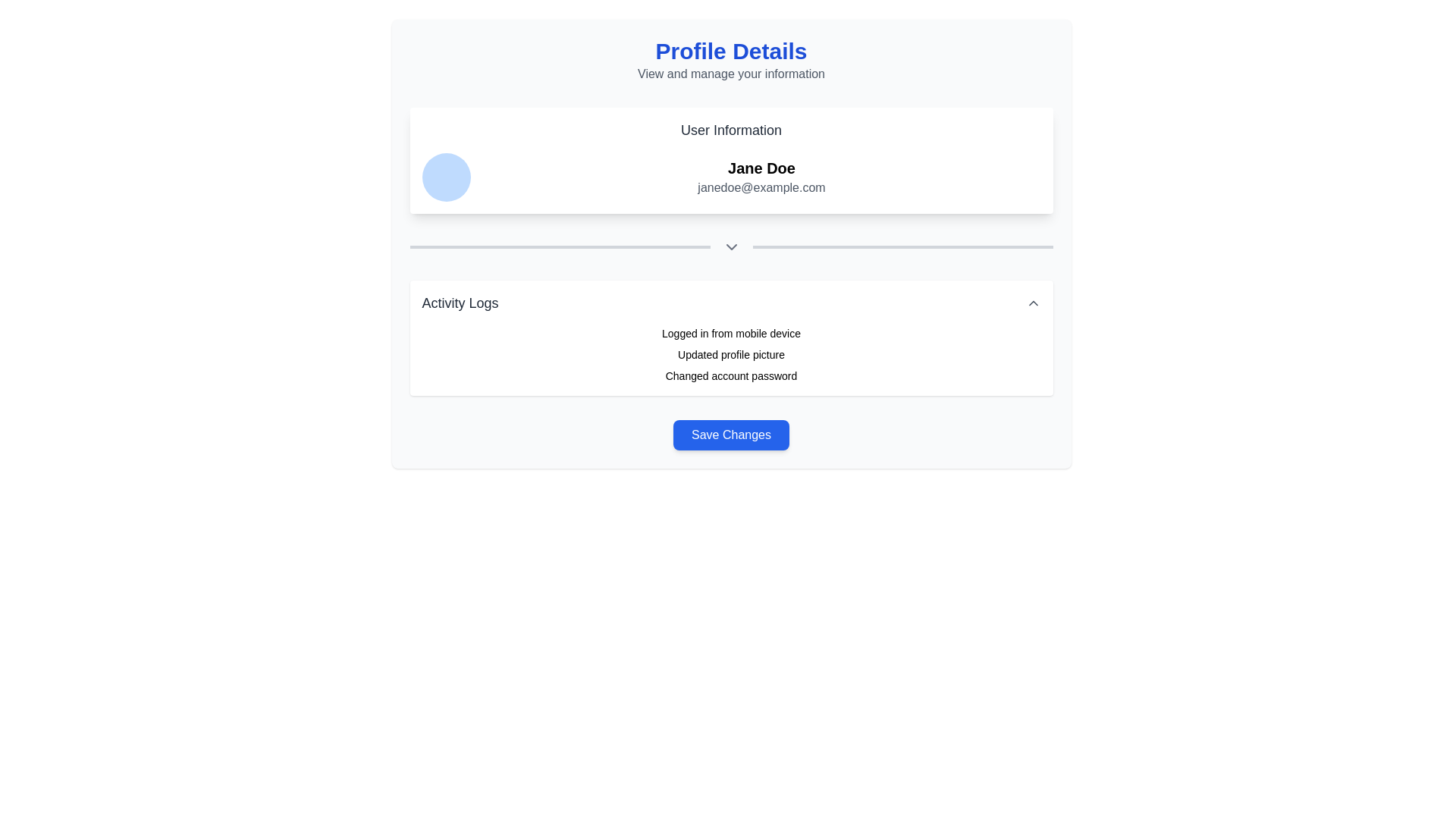 The height and width of the screenshot is (819, 1456). Describe the element at coordinates (731, 354) in the screenshot. I see `the activity log entry that informs the user about the update of their profile picture, which is the second item in the 'Activity Logs' section located below 'Logged in from mobile device'` at that location.